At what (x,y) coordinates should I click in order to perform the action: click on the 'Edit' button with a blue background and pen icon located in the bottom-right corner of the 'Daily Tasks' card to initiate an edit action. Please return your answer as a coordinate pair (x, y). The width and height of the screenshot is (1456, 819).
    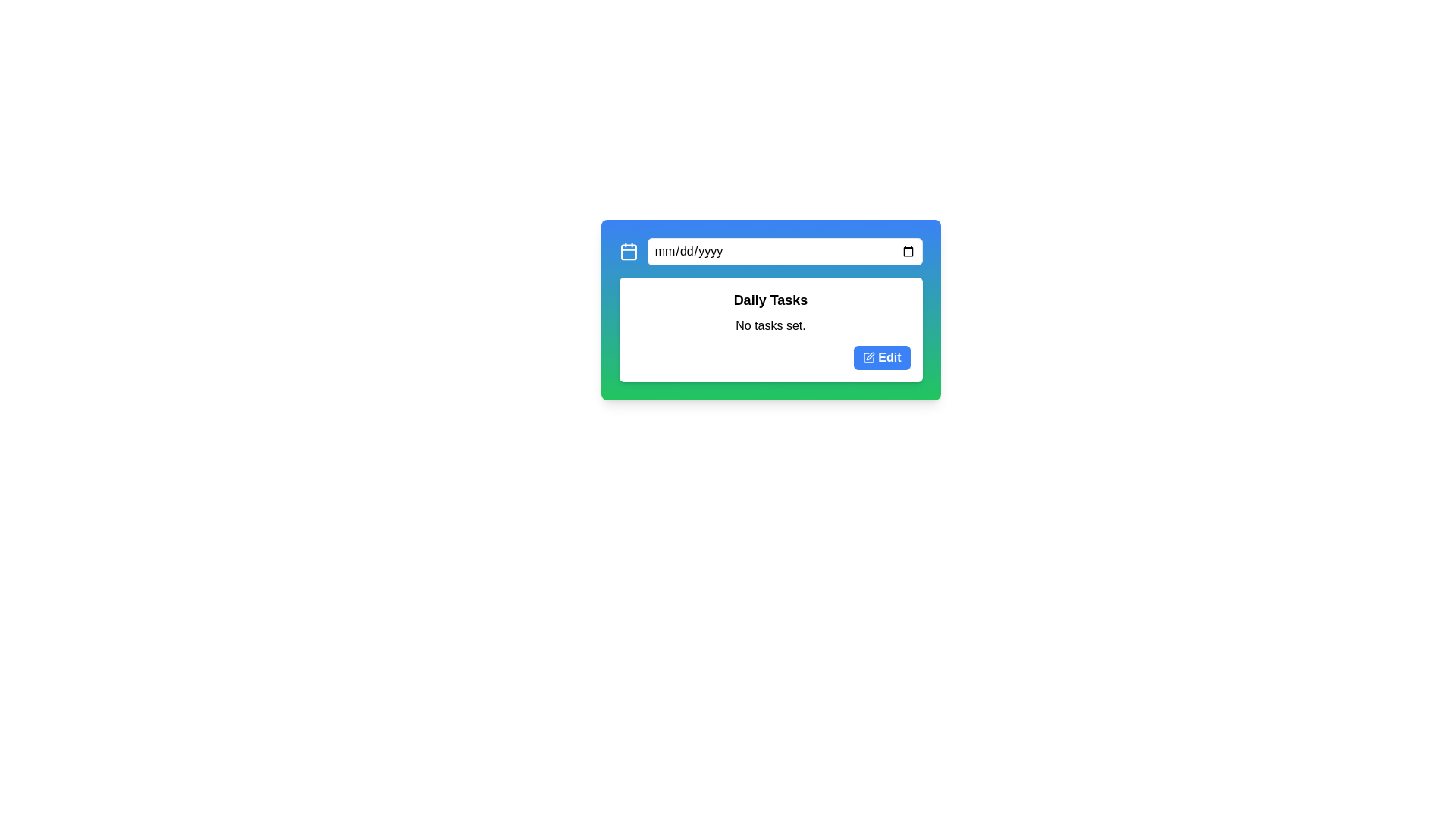
    Looking at the image, I should click on (882, 357).